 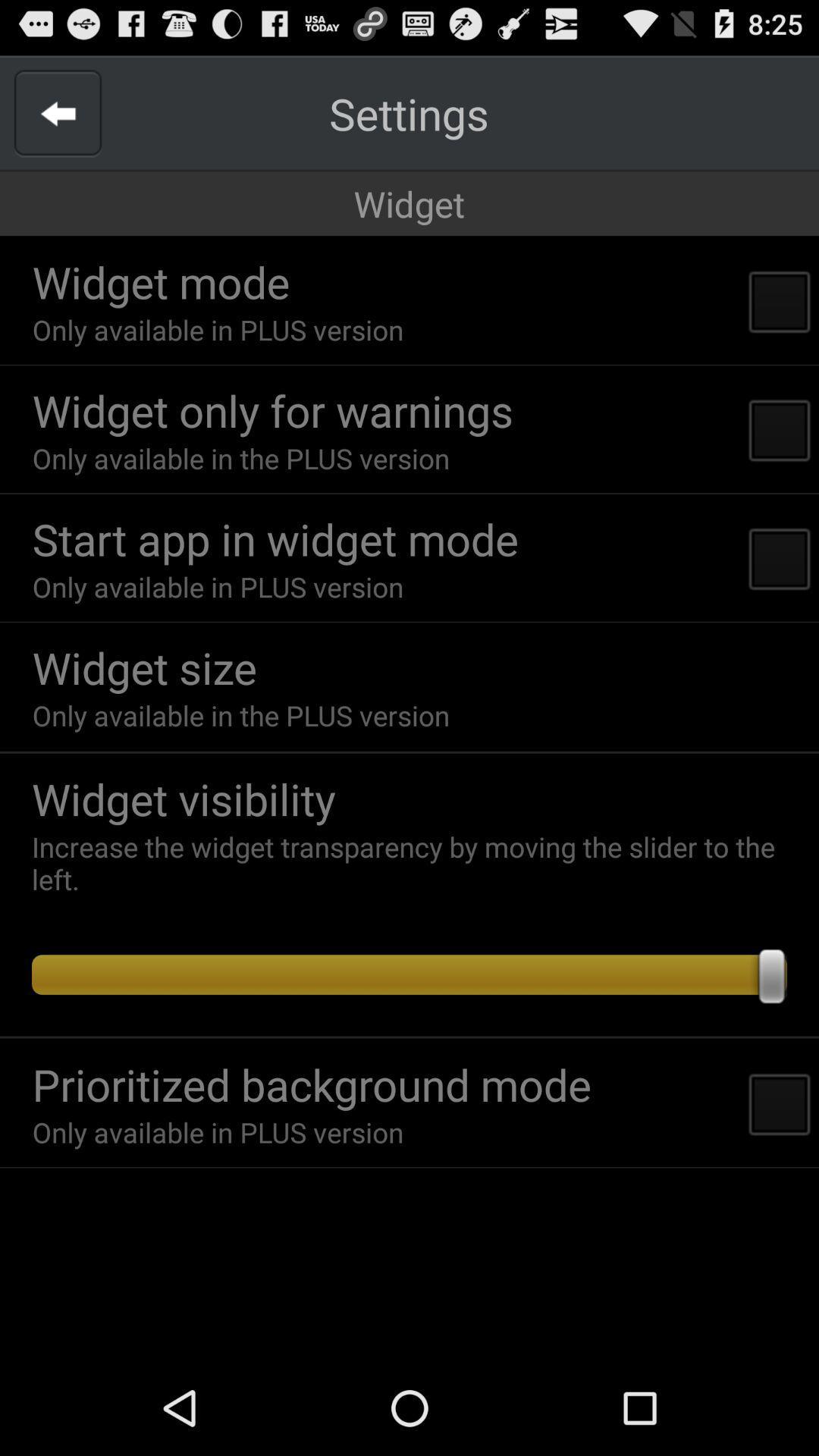 What do you see at coordinates (275, 538) in the screenshot?
I see `start app in app` at bounding box center [275, 538].